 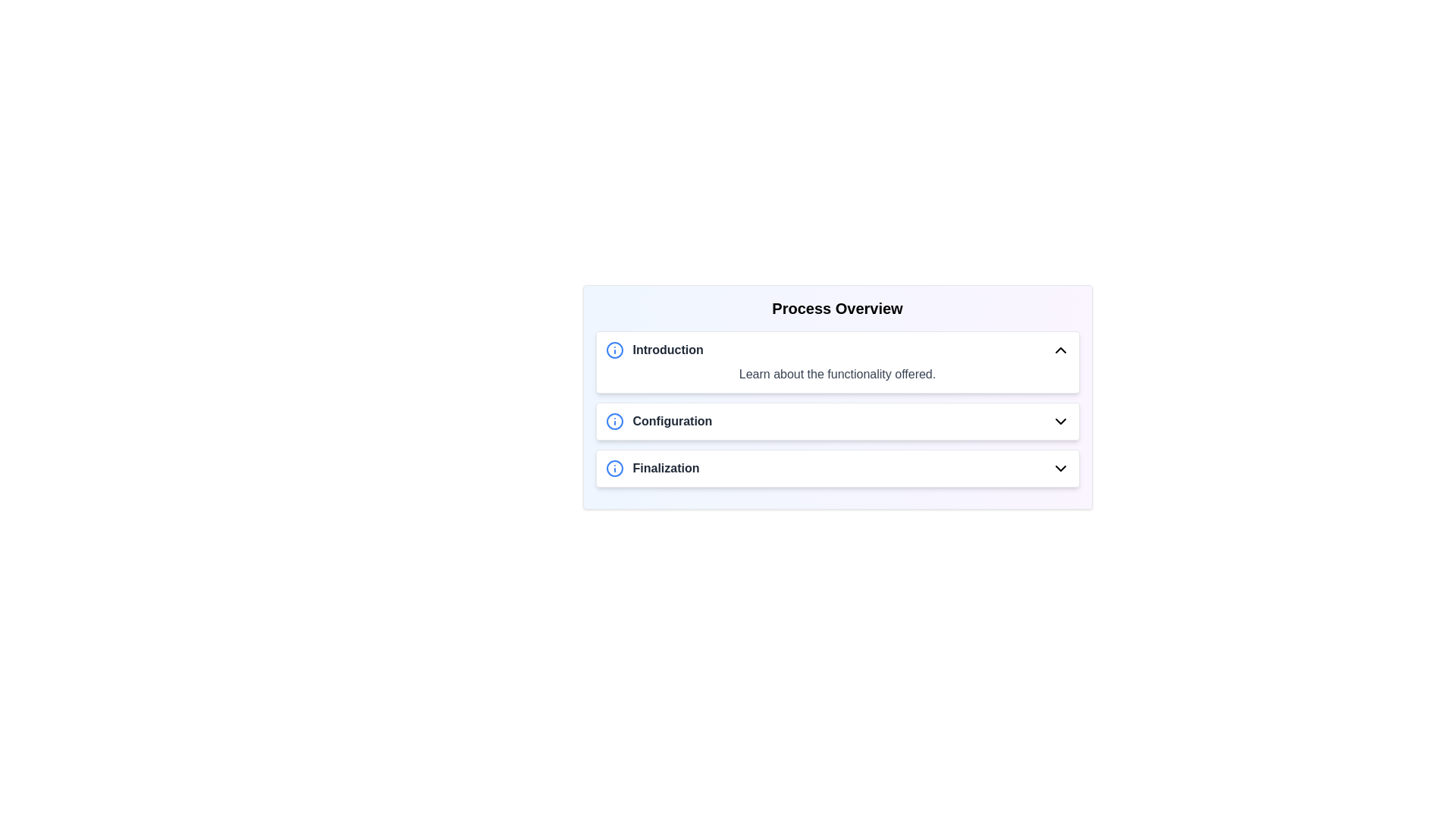 I want to click on the down-facing chevron icon on the right end of the 'Finalization' bar, so click(x=1059, y=467).